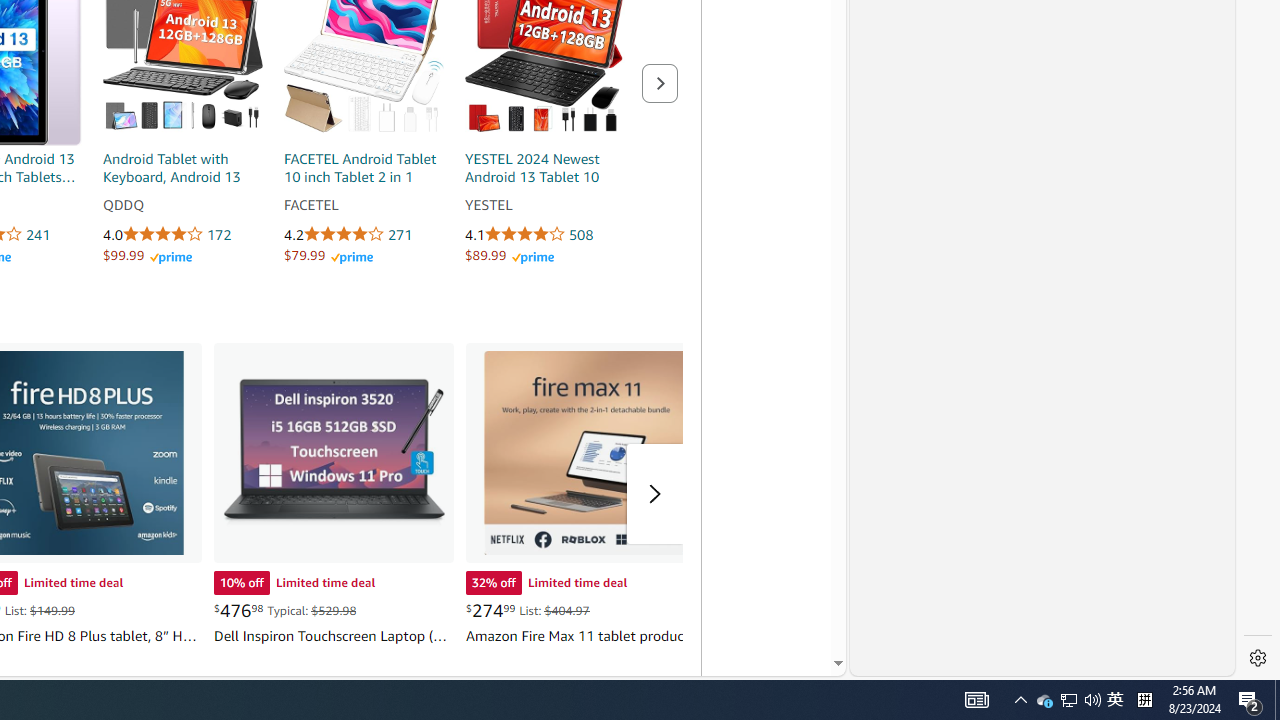  Describe the element at coordinates (509, 254) in the screenshot. I see `'$89.99 Amazon Prime'` at that location.